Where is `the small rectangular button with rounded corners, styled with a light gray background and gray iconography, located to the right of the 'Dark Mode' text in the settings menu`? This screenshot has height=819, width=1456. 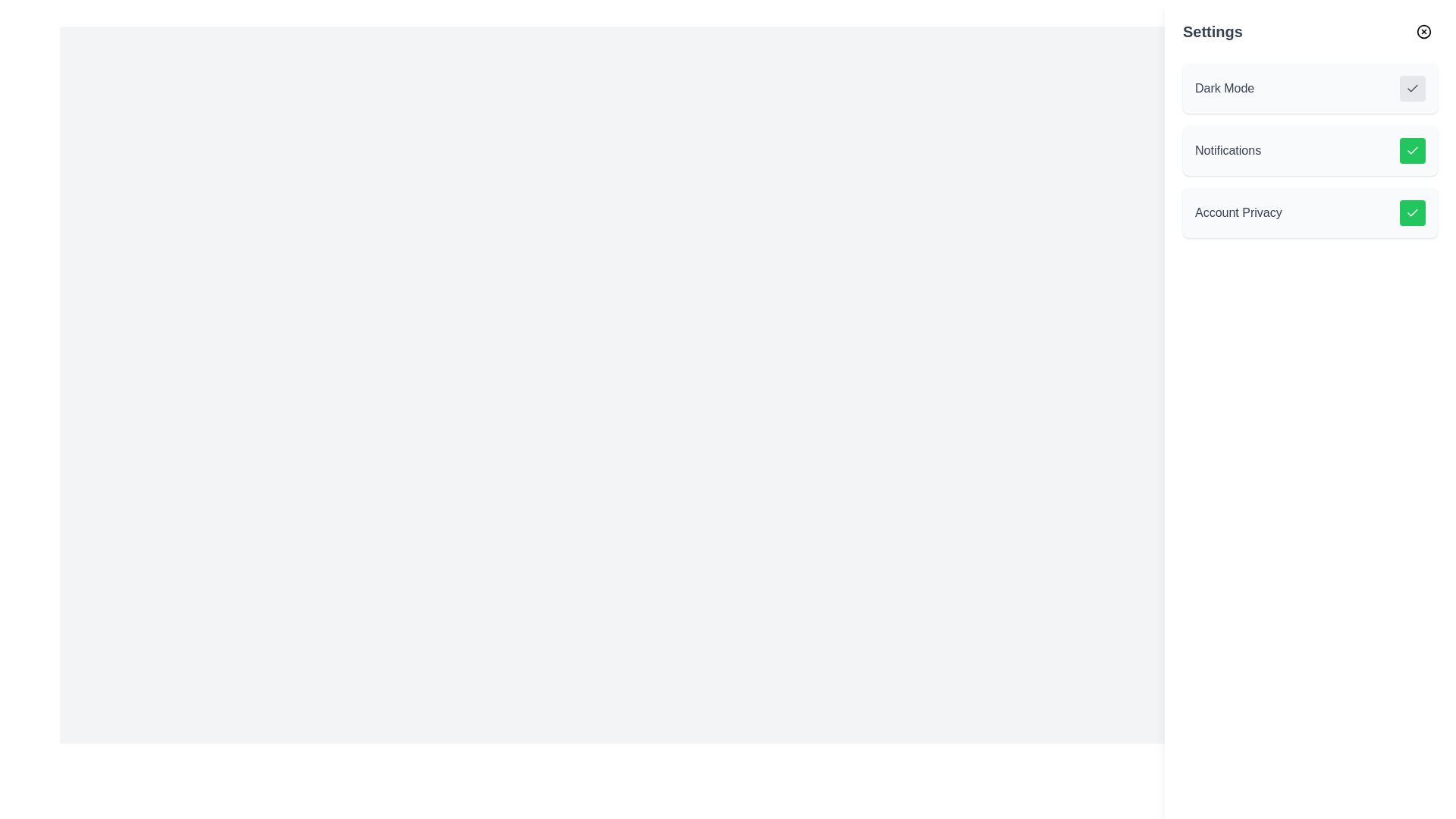
the small rectangular button with rounded corners, styled with a light gray background and gray iconography, located to the right of the 'Dark Mode' text in the settings menu is located at coordinates (1411, 88).